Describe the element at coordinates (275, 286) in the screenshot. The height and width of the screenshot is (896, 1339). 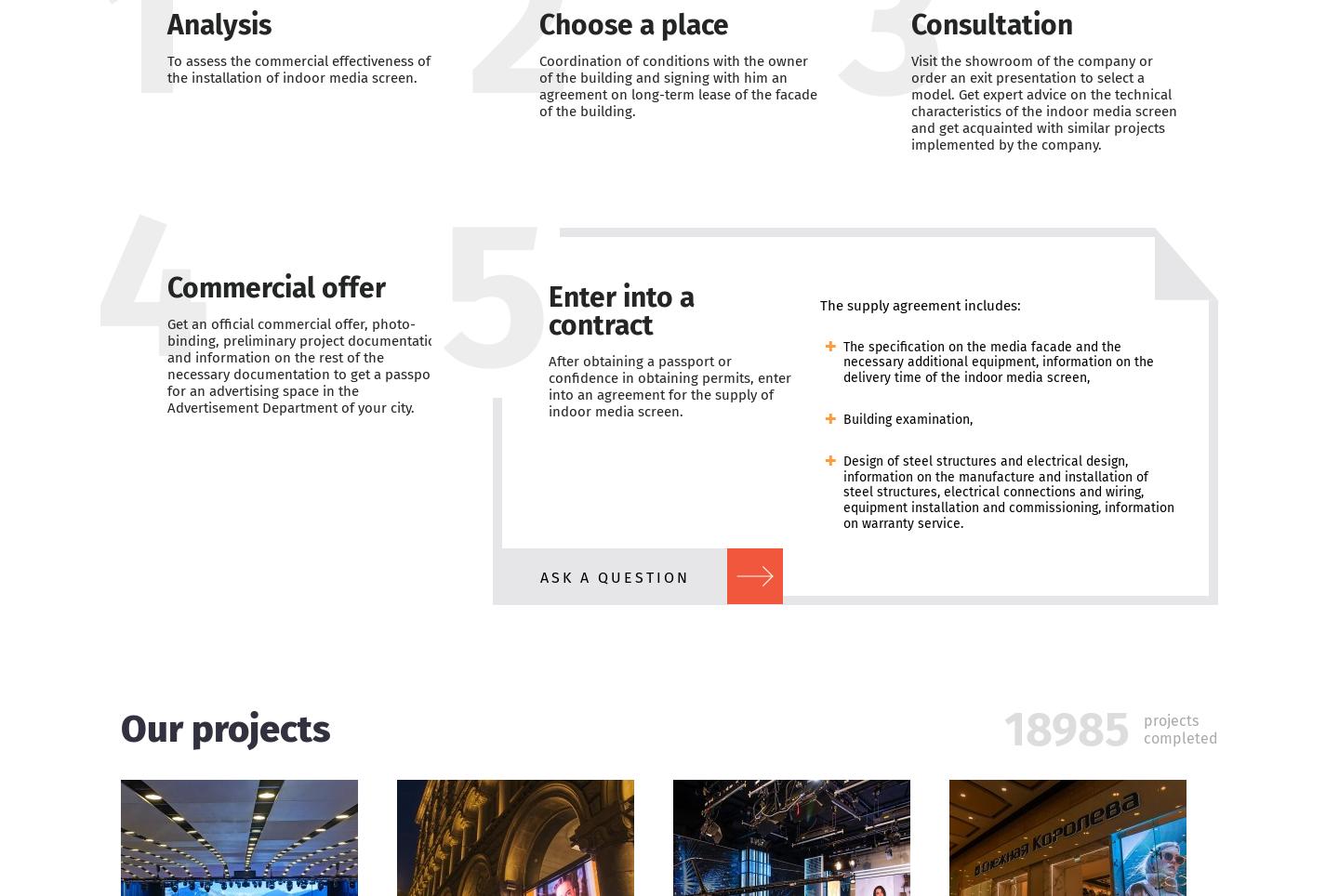
I see `'Commercial offer'` at that location.